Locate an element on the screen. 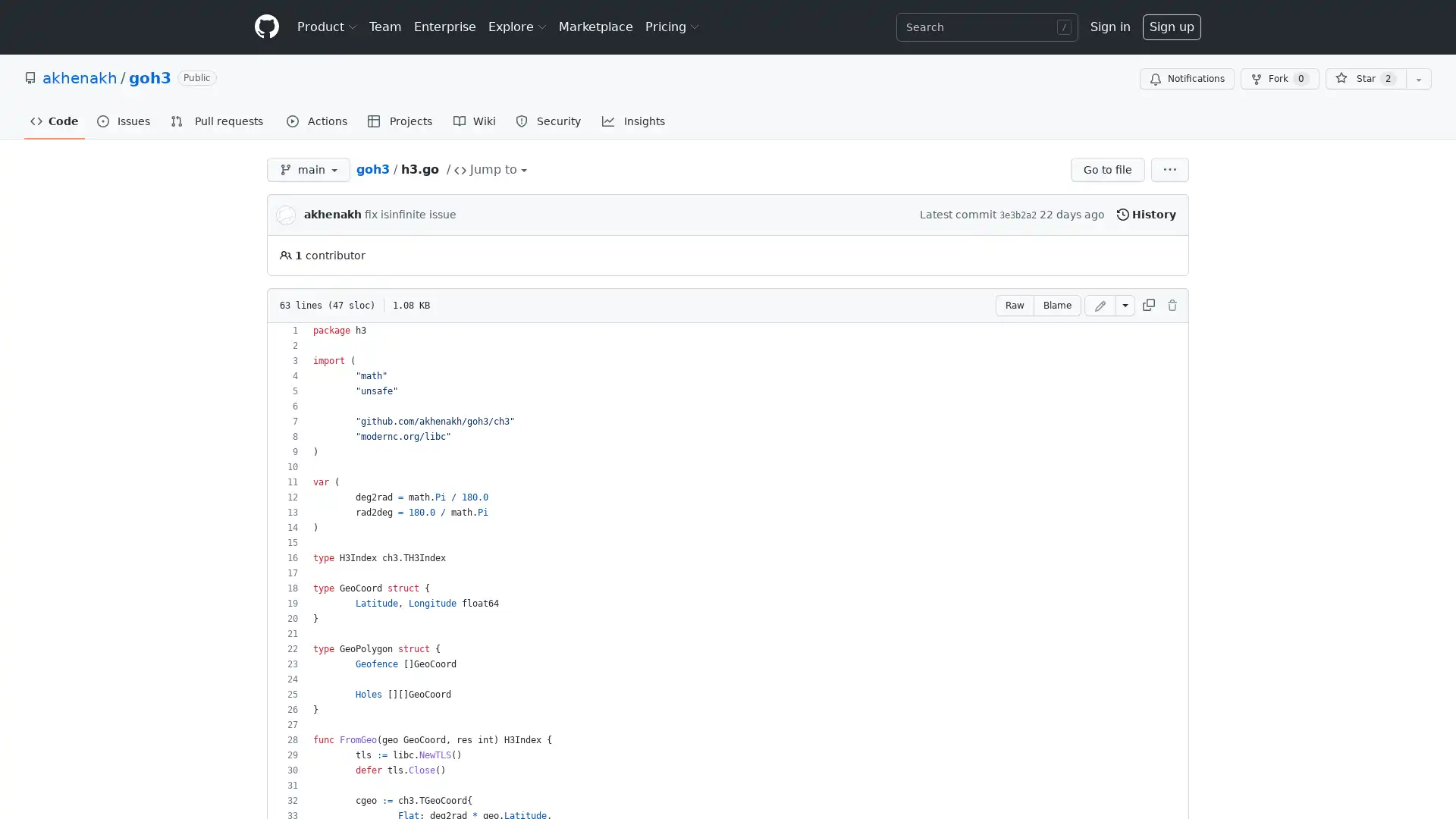  You must be signed in to make or propose changes is located at coordinates (1171, 305).